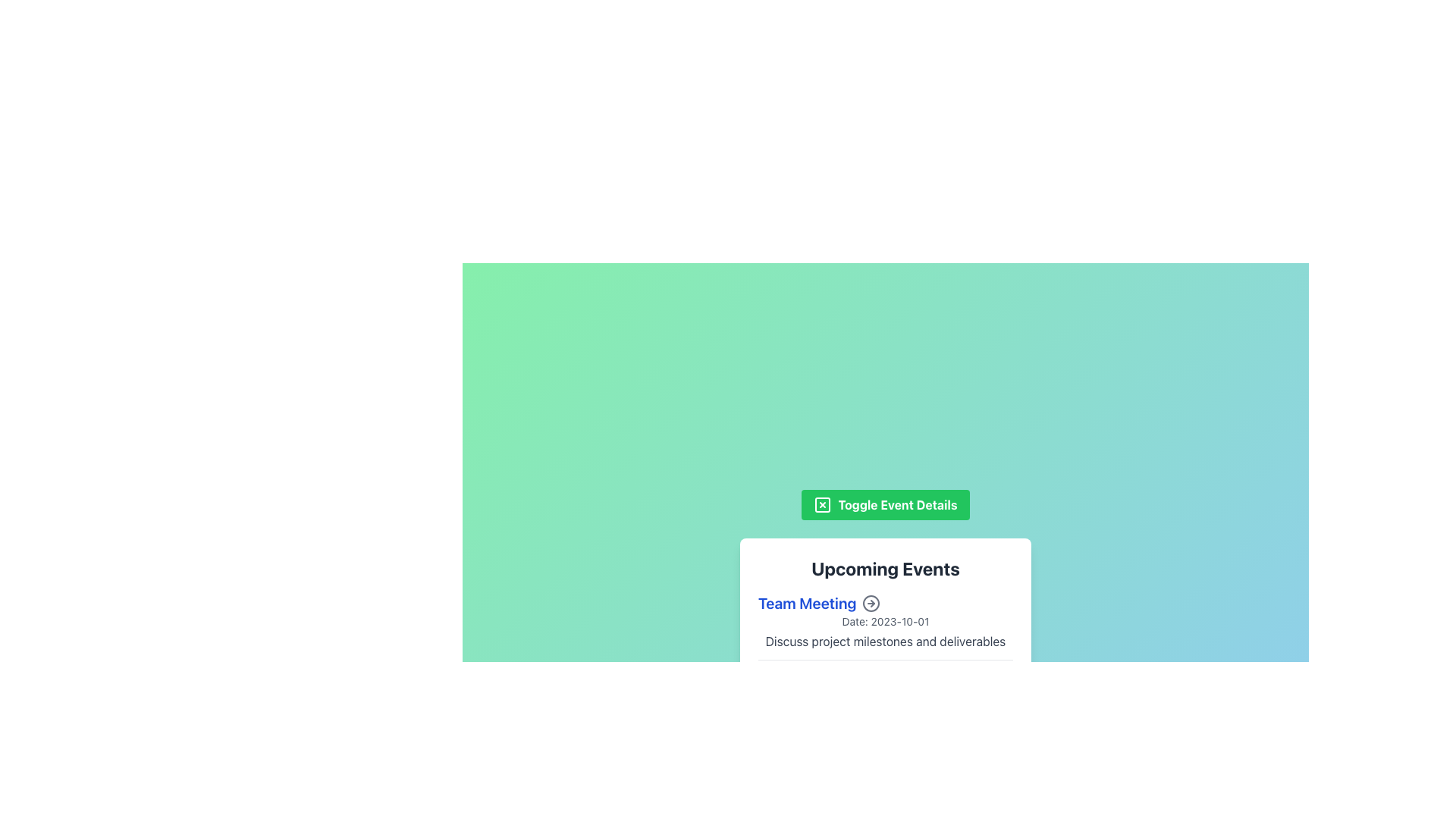 The height and width of the screenshot is (819, 1456). Describe the element at coordinates (871, 602) in the screenshot. I see `the icon located immediately to the right of the bold blue text 'Team Meeting'` at that location.